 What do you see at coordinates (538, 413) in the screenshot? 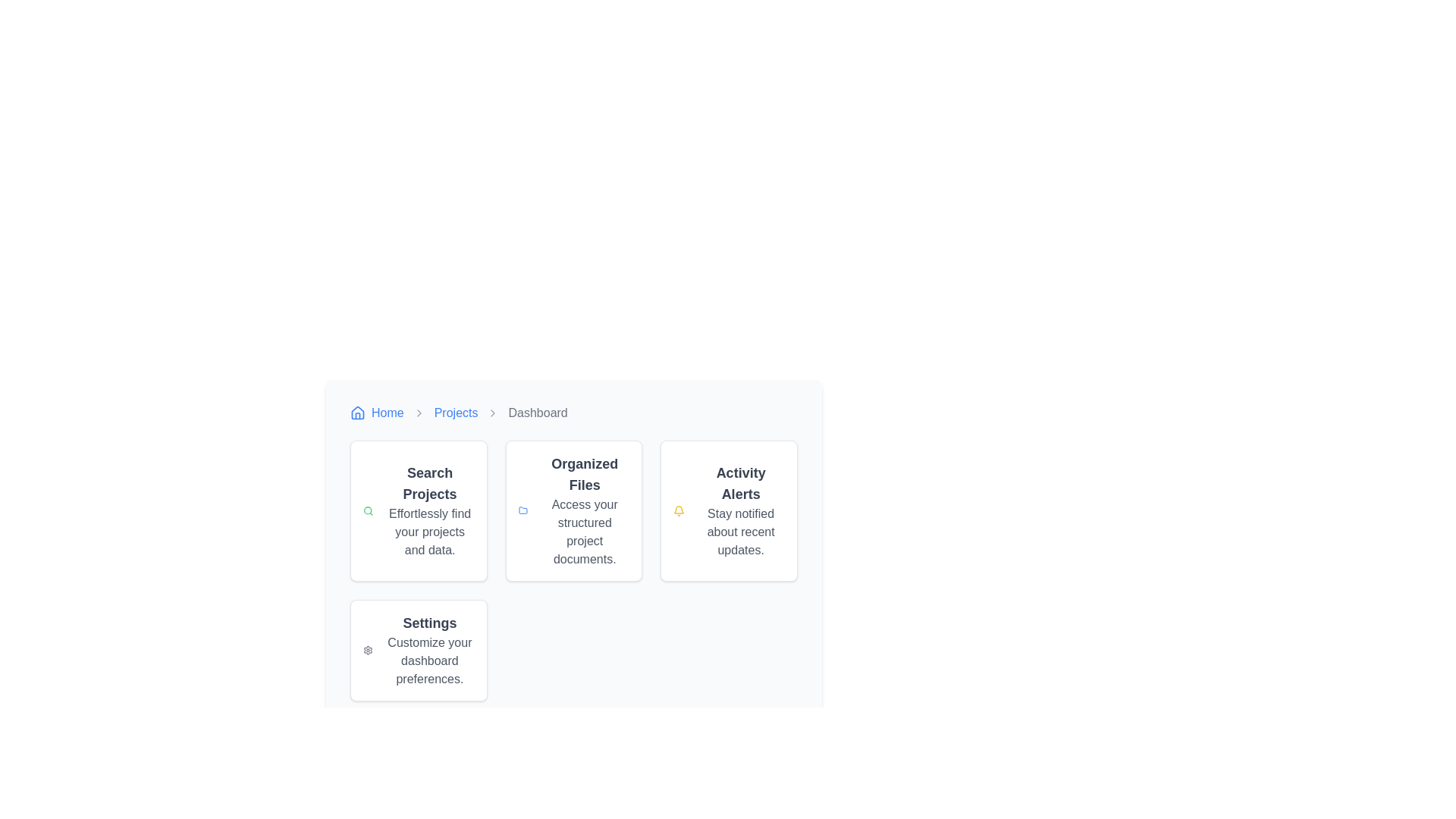
I see `the descriptive label or breadcrumb item located on the right side of the navigation bar, which indicates the current section or page in the navigation flow` at bounding box center [538, 413].